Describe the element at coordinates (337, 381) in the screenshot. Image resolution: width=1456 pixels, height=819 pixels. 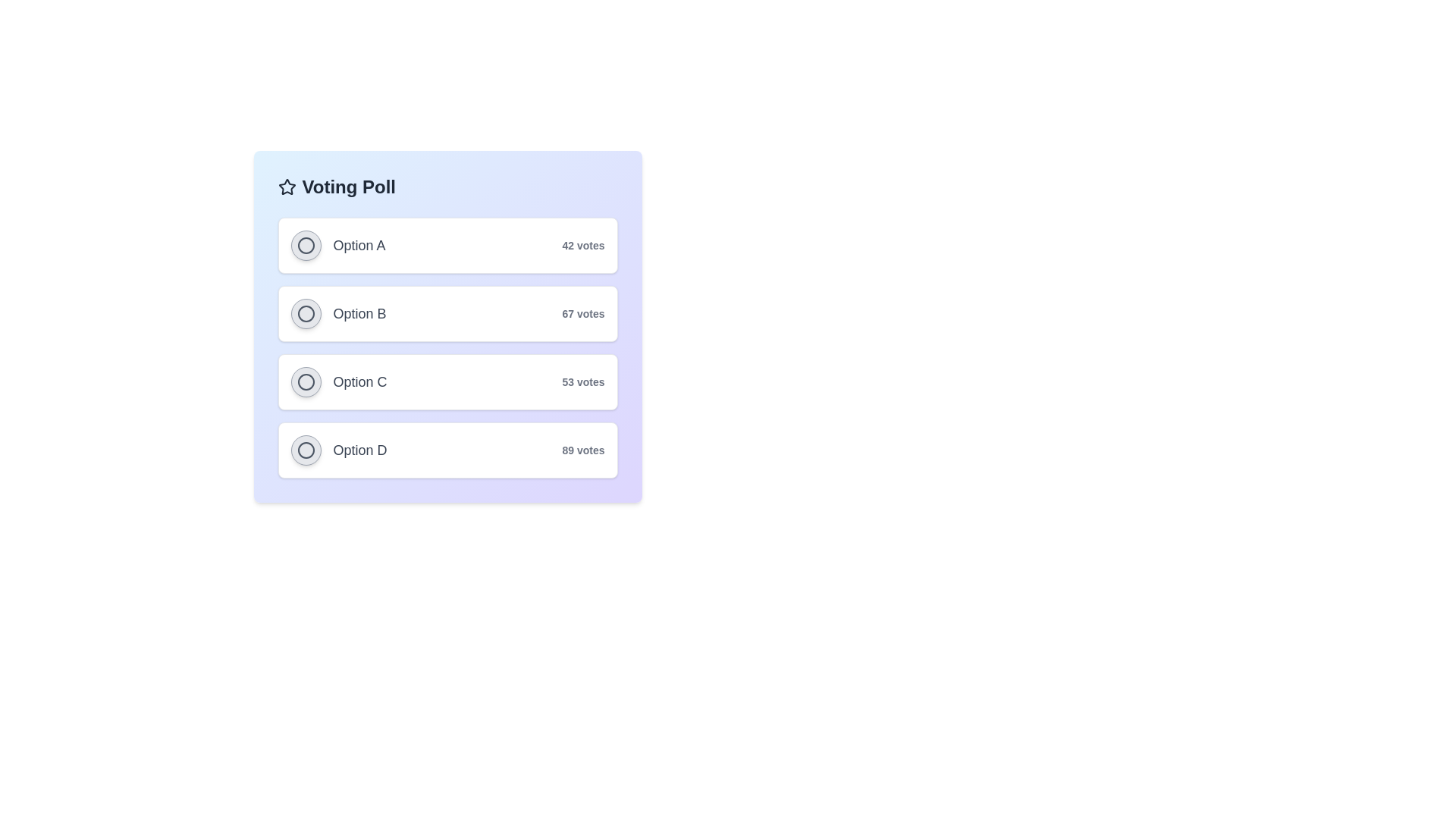
I see `the radio button for 'Option C'` at that location.